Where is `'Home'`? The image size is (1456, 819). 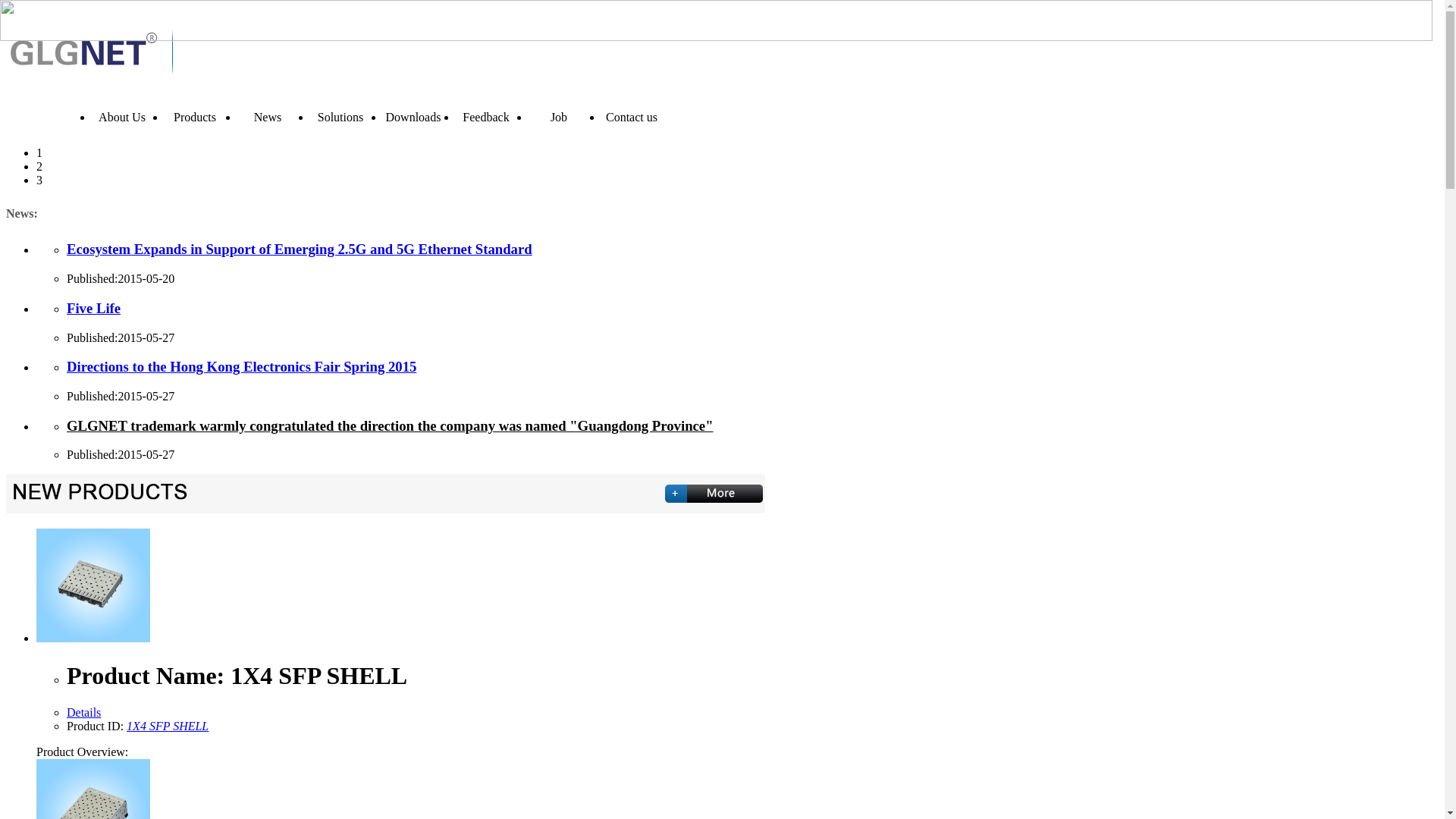 'Home' is located at coordinates (49, 116).